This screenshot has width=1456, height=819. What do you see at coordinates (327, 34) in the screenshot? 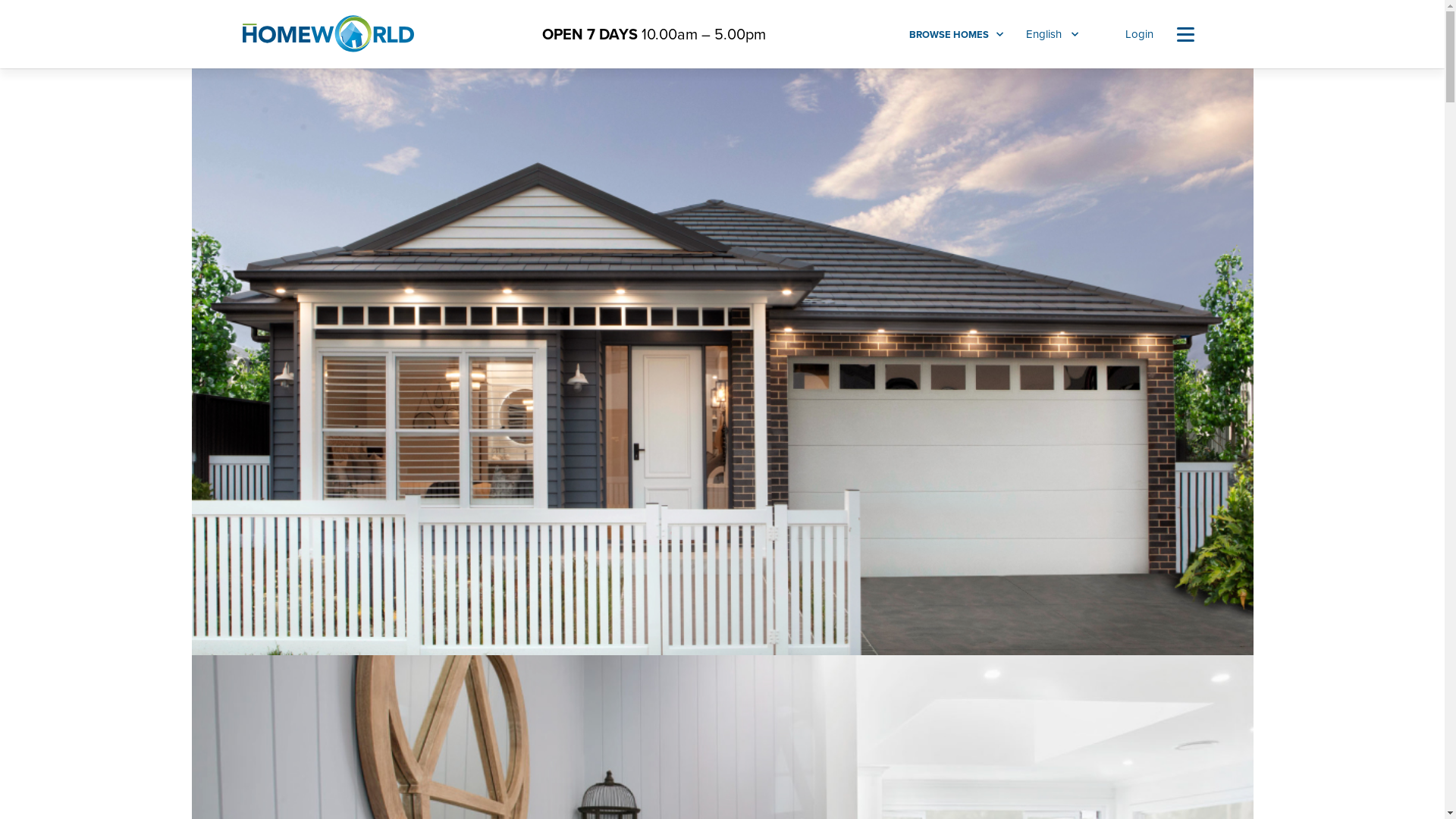
I see `'HomeWorld'` at bounding box center [327, 34].